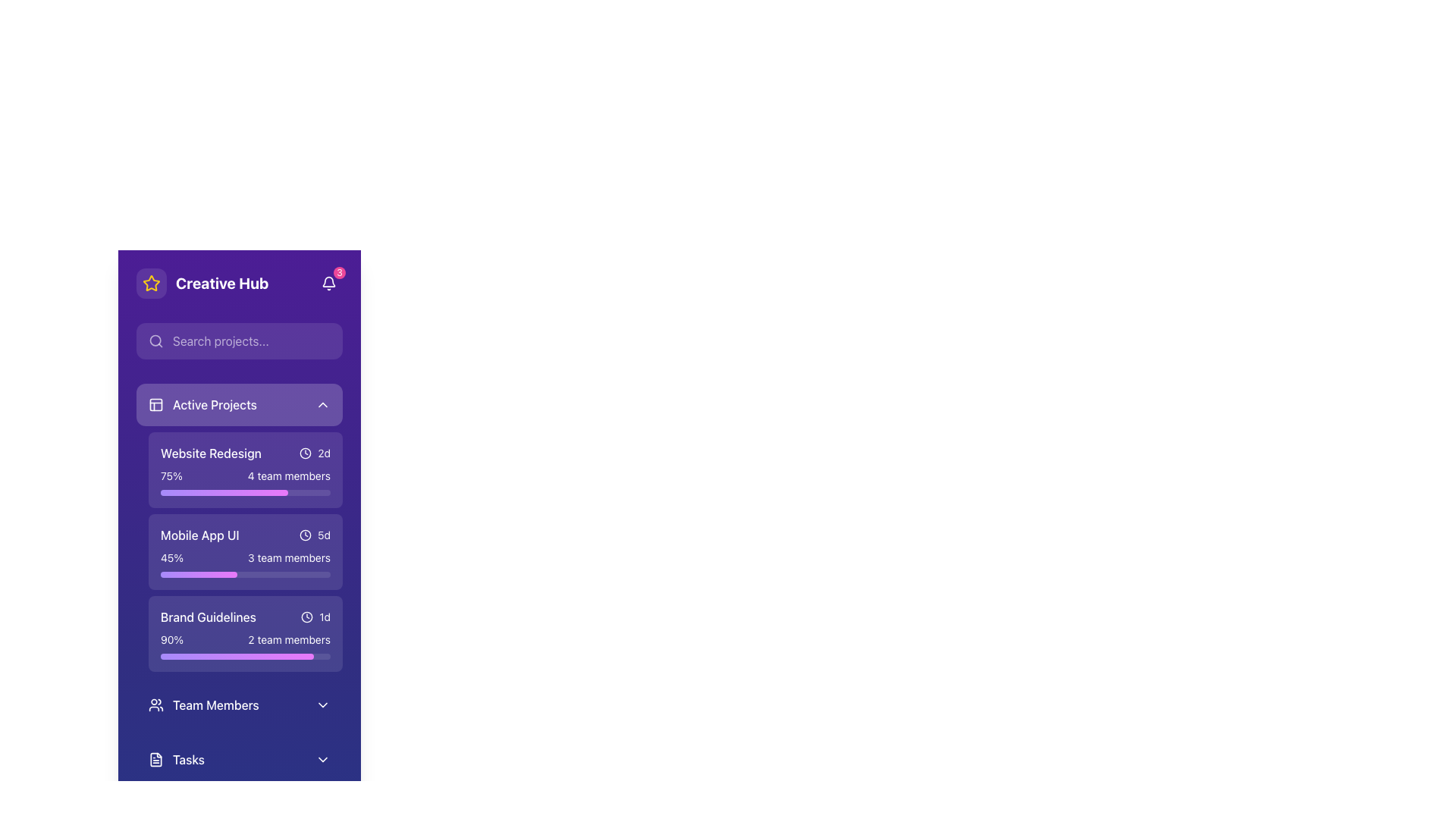  What do you see at coordinates (210, 452) in the screenshot?
I see `the 'Website Redesign' text label in the Active Projects section of the purple sidebar` at bounding box center [210, 452].